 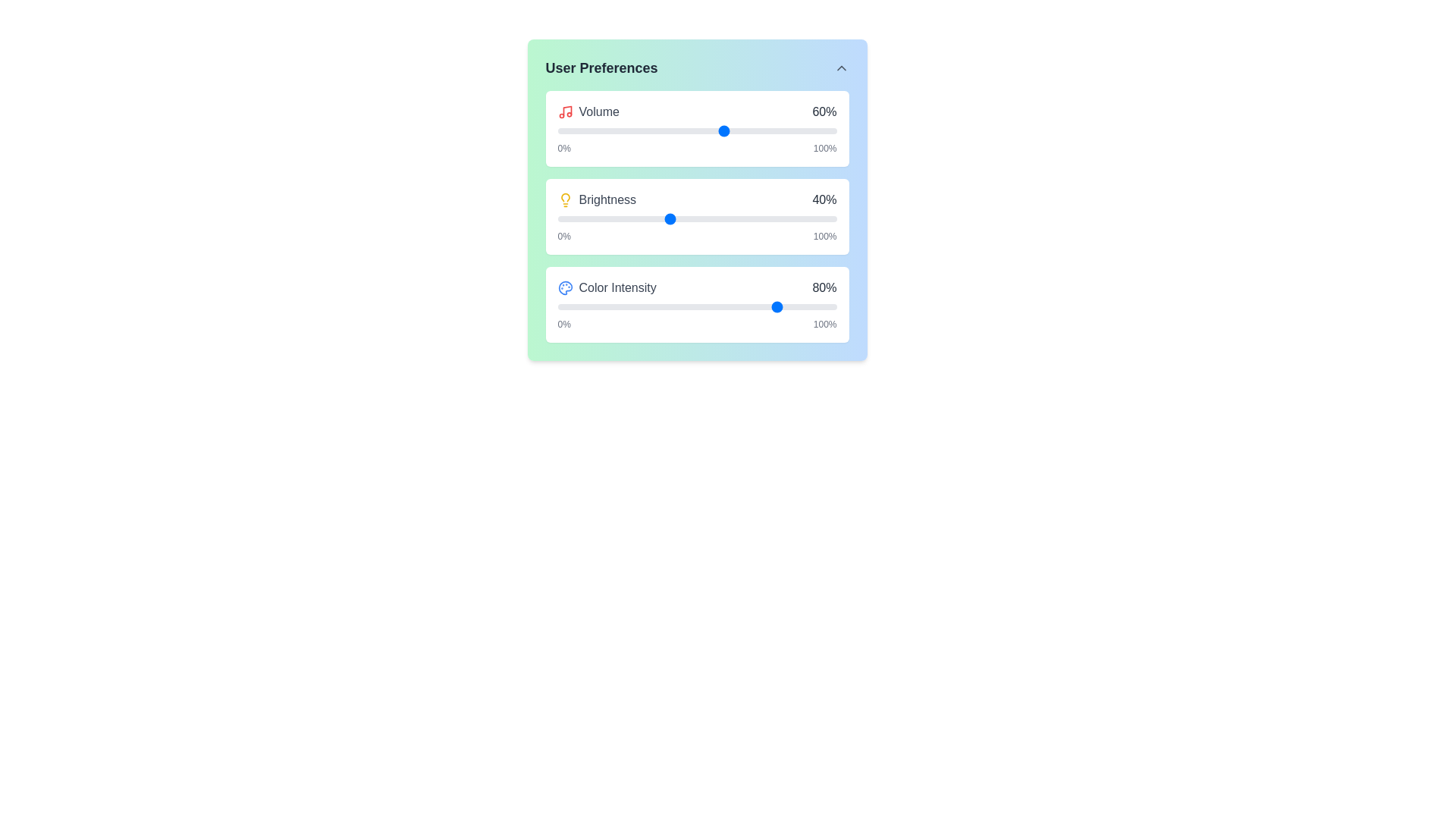 I want to click on the 'Brightness' label with the bright yellow light bulb icon located in the second row of the settings panel under 'User Preferences', so click(x=596, y=199).